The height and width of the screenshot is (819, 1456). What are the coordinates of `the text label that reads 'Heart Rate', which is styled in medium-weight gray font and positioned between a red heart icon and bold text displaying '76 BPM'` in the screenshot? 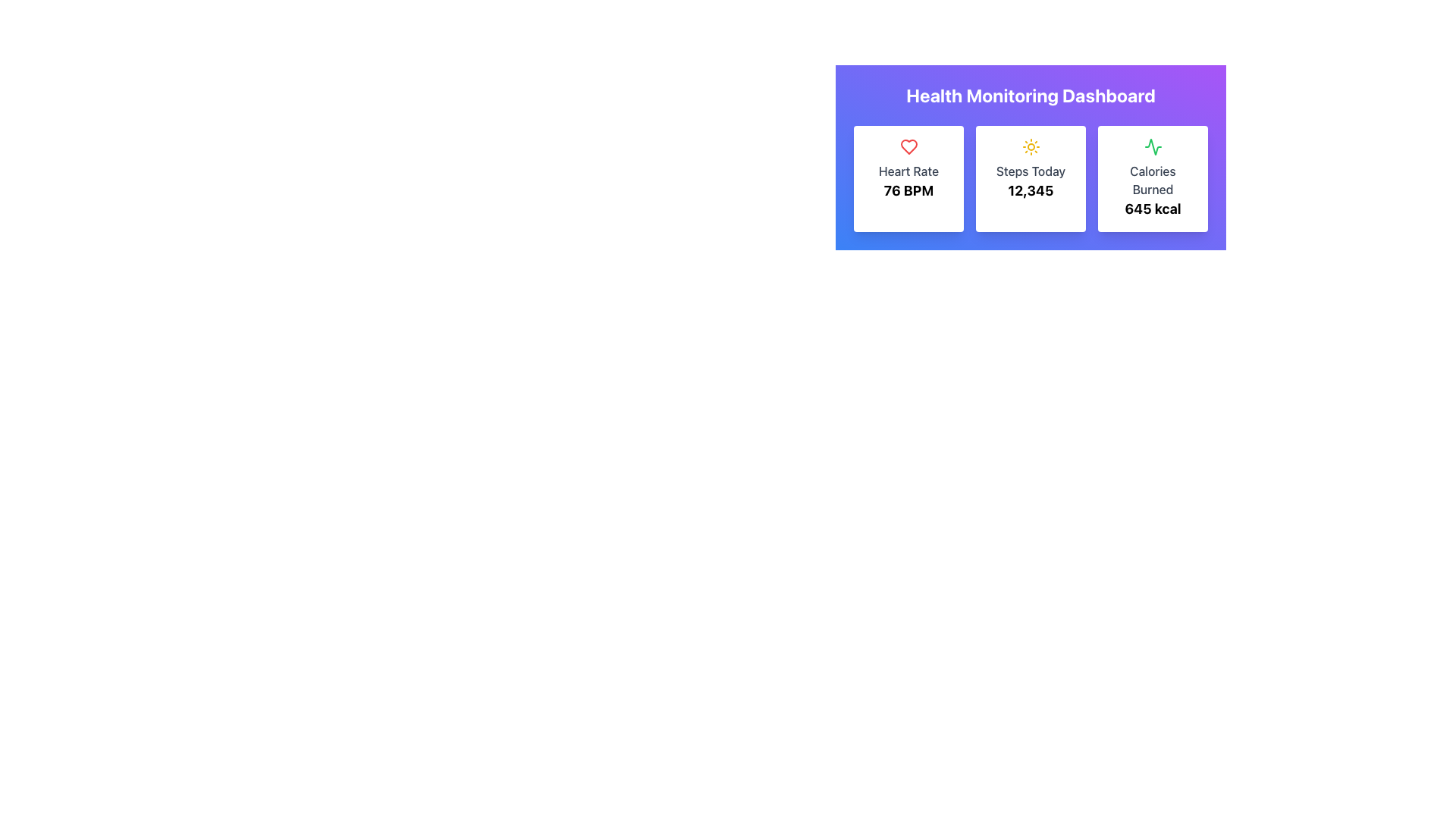 It's located at (908, 171).